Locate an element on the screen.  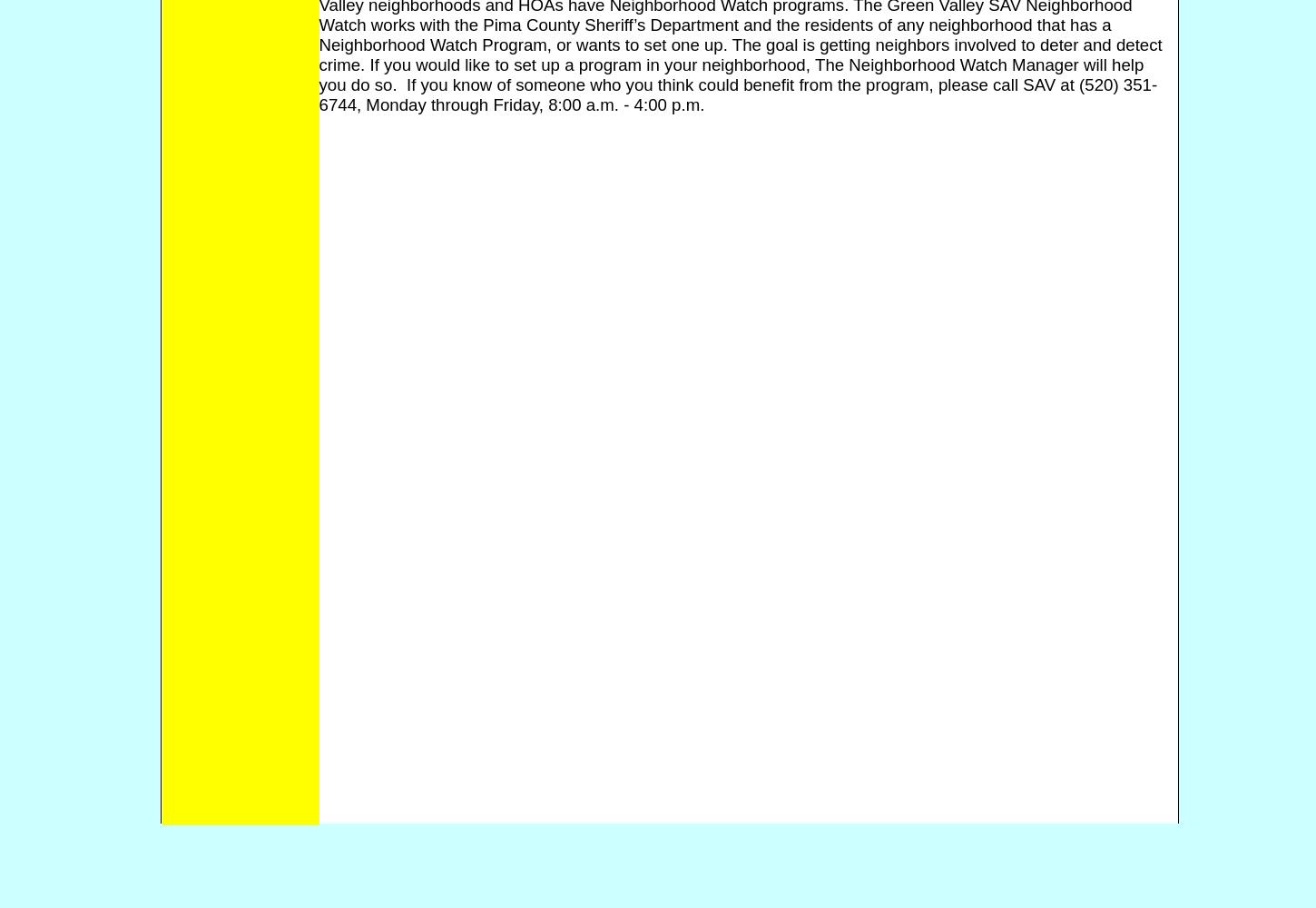
'- 4:00 p' is located at coordinates (651, 103).